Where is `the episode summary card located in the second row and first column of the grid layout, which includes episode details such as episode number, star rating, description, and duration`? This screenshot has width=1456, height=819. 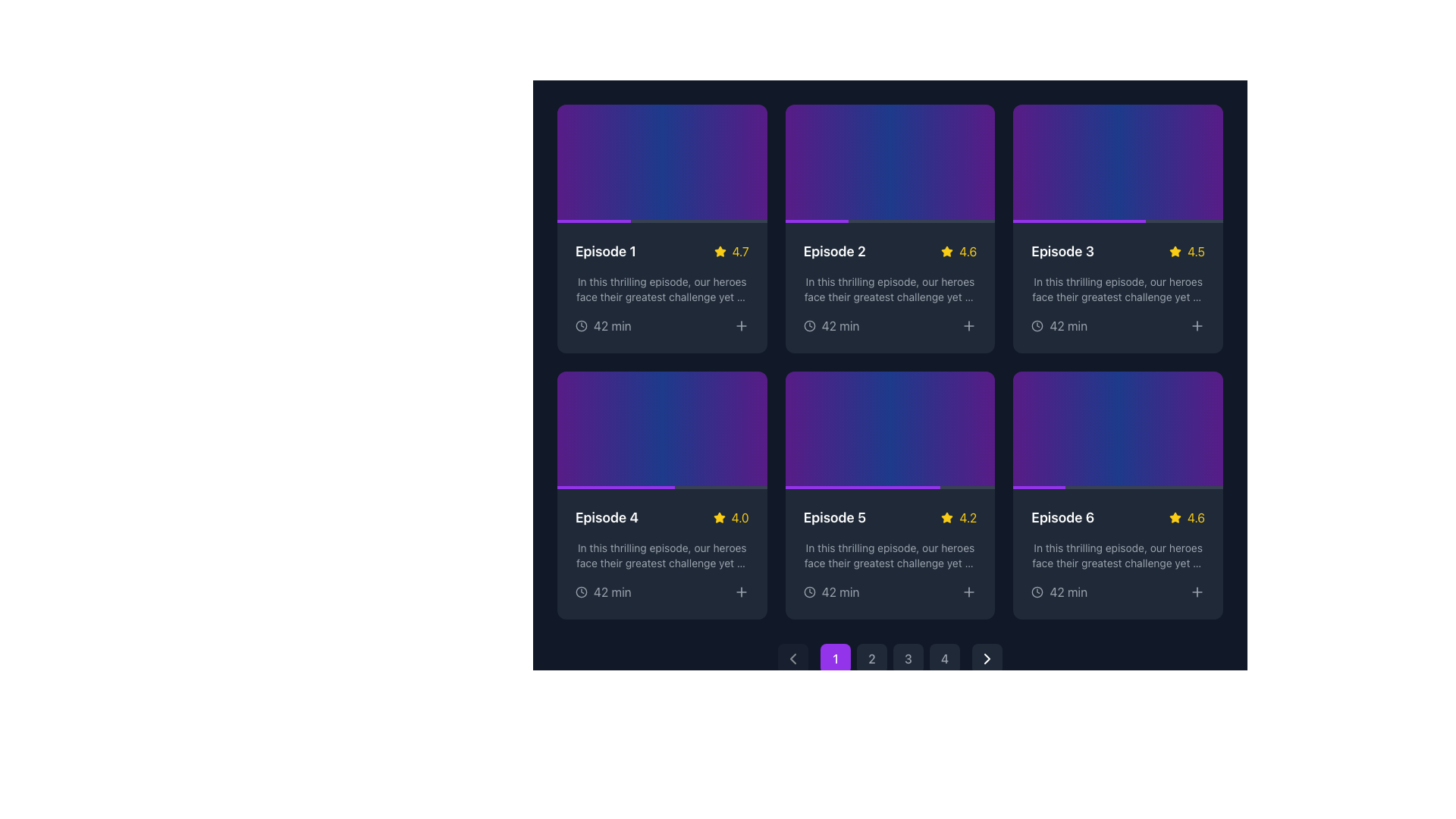
the episode summary card located in the second row and first column of the grid layout, which includes episode details such as episode number, star rating, description, and duration is located at coordinates (662, 554).